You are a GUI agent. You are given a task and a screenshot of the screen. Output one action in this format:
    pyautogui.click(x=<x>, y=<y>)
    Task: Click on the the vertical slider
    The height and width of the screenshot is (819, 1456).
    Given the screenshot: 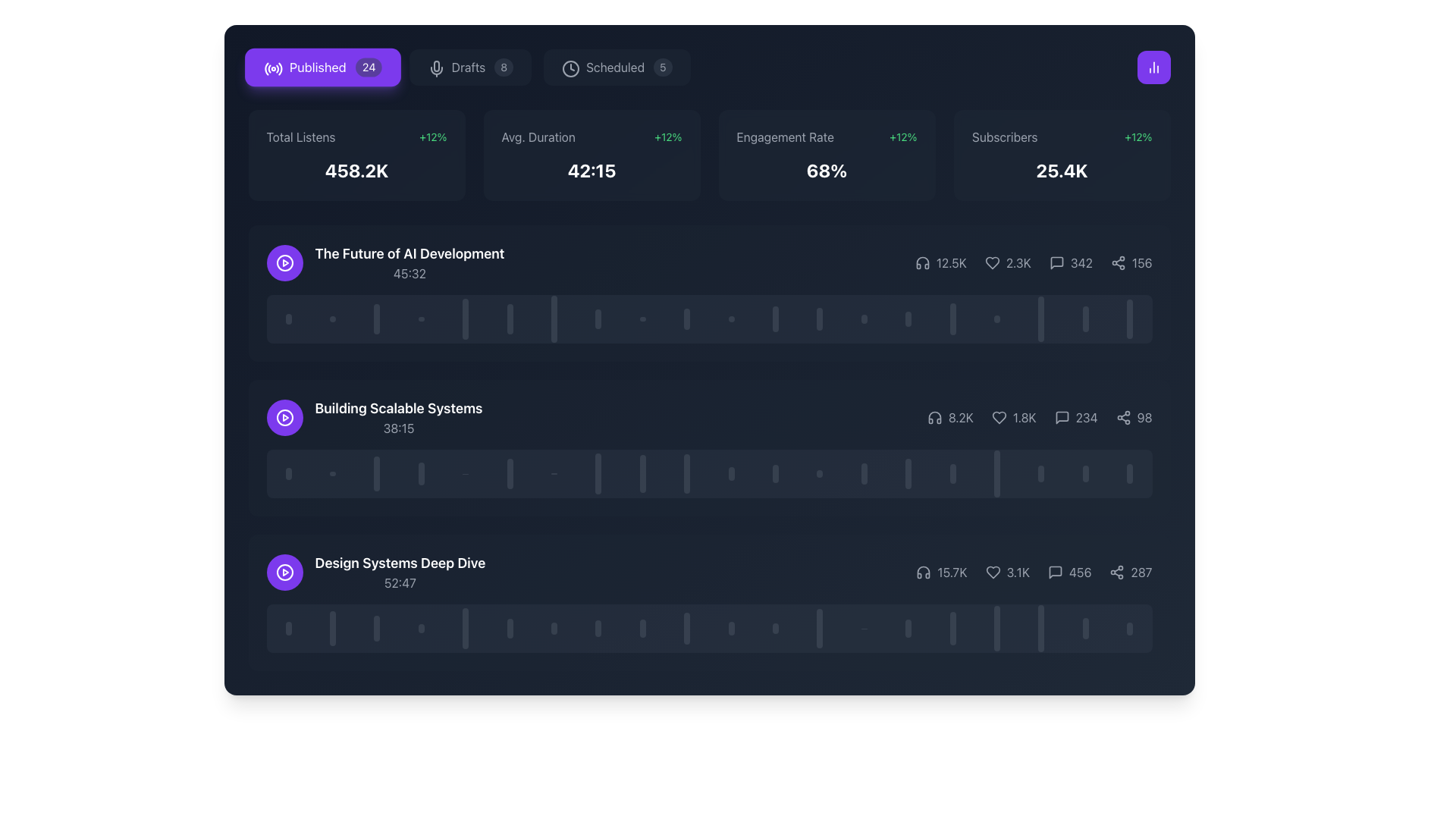 What is the action you would take?
    pyautogui.click(x=952, y=639)
    